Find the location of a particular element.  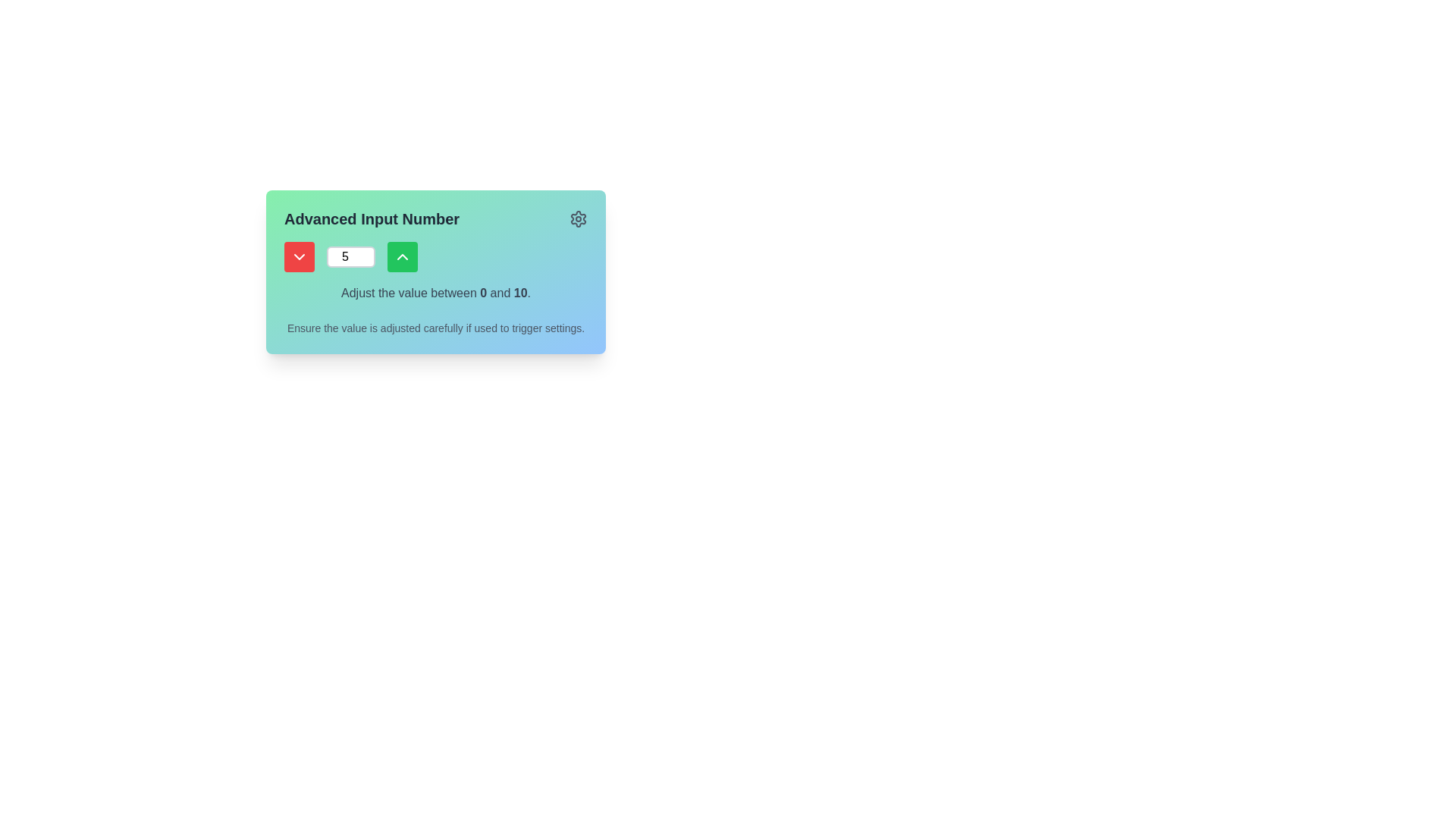

the green button with an upward chevron icon to increase the value in the 'Advanced Input Number' component is located at coordinates (403, 256).